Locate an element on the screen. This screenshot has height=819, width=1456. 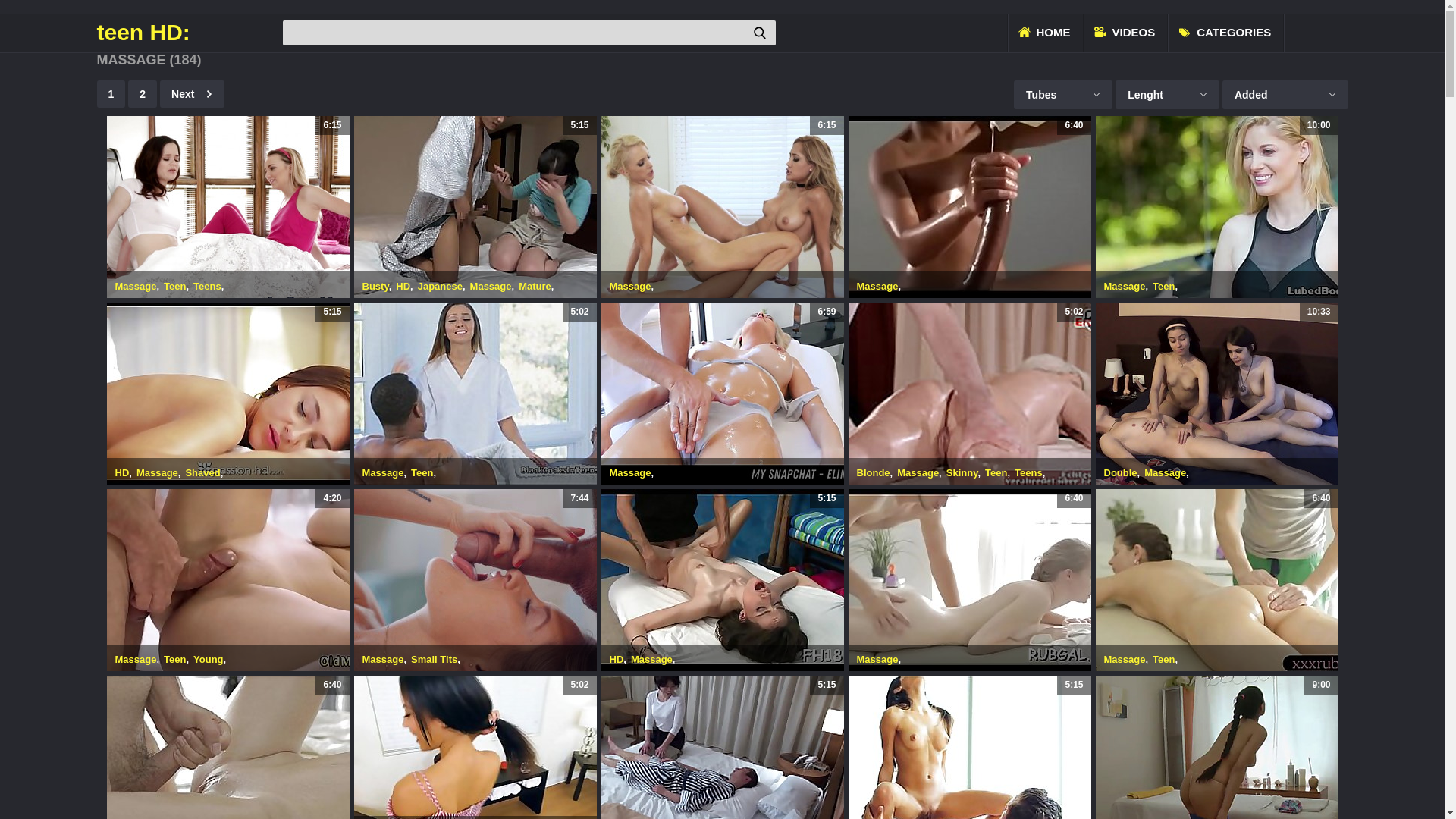
'CATEGORIES' is located at coordinates (1167, 32).